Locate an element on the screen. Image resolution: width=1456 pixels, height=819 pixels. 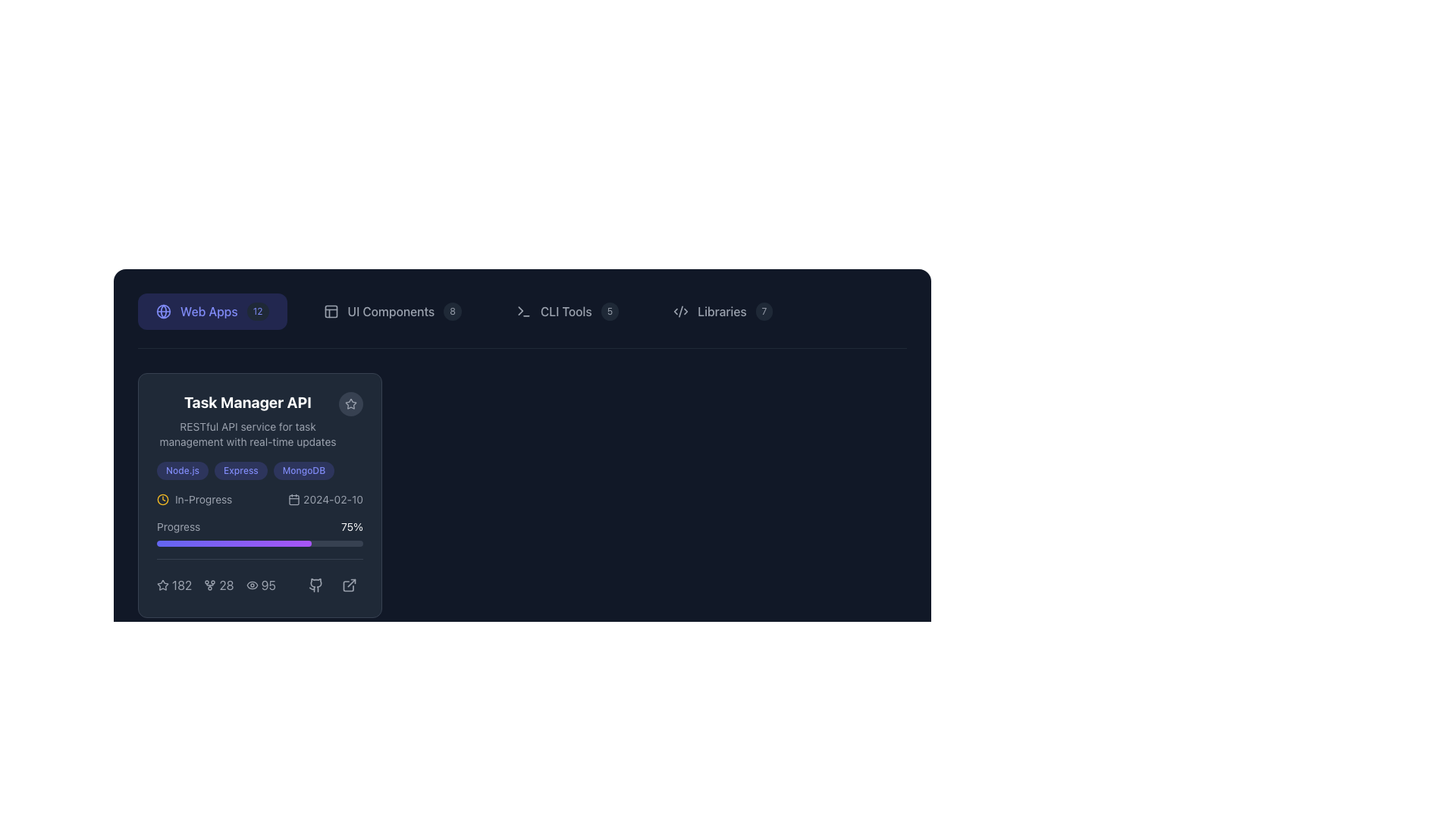
the visual status conveyed by the Icon element located near the top-left of the 'Task Manager API' card, to the left of the 'in-progress' label is located at coordinates (163, 500).